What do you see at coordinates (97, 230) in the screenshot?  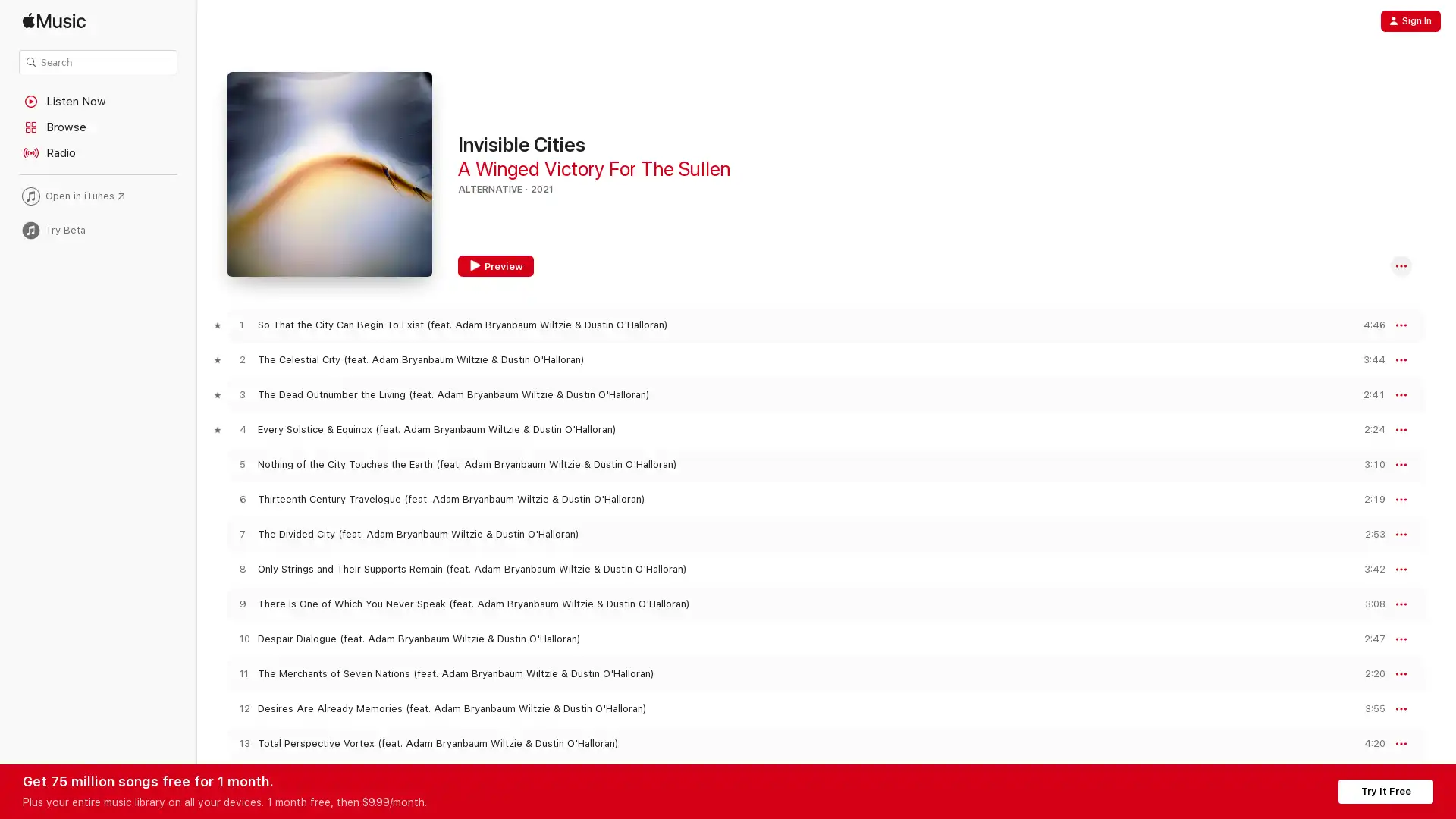 I see `Try Beta` at bounding box center [97, 230].